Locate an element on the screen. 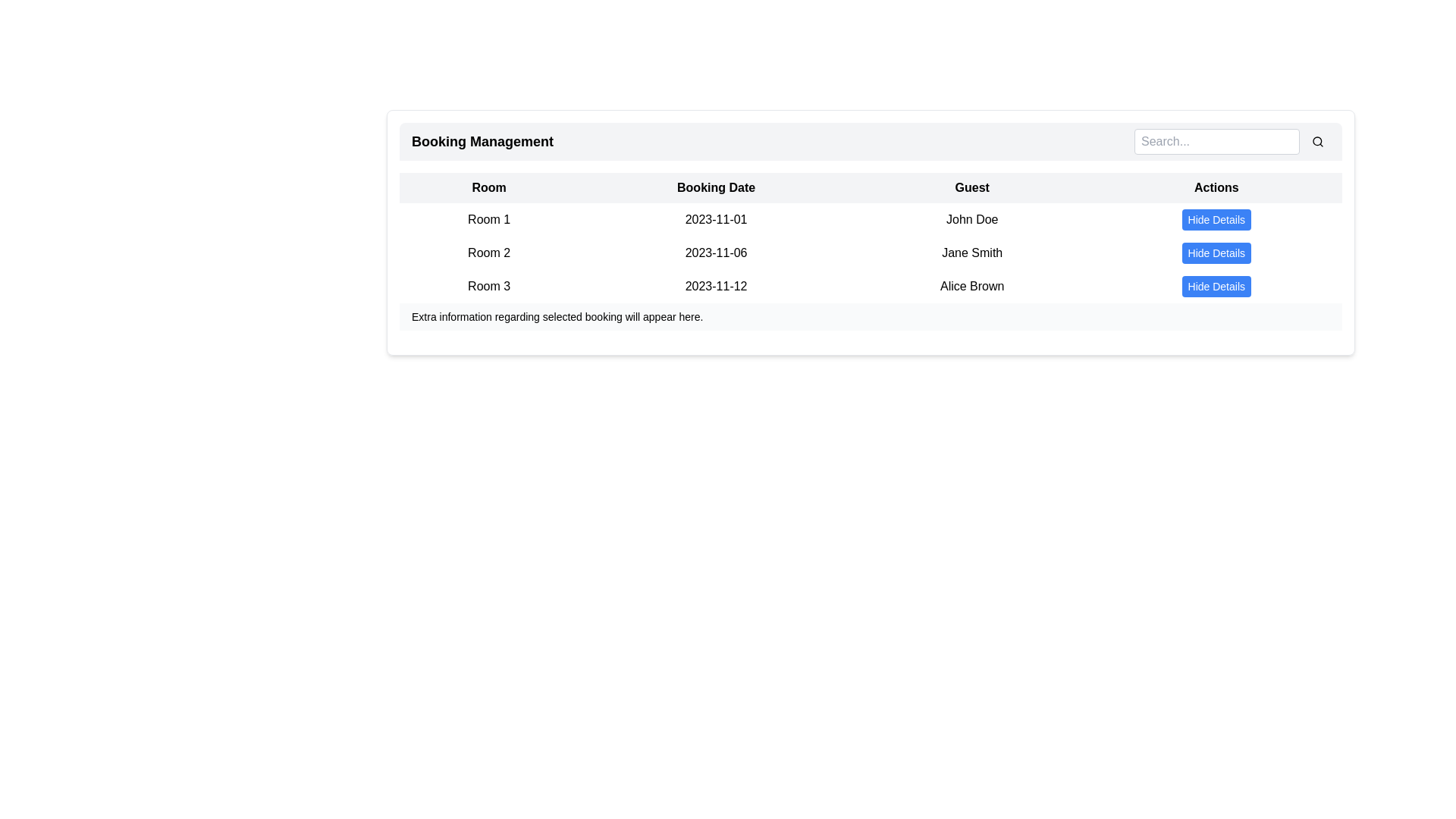 Image resolution: width=1456 pixels, height=819 pixels. the toggle button in the 'Actions' column for 'Room 3' to observe the style change is located at coordinates (1216, 287).